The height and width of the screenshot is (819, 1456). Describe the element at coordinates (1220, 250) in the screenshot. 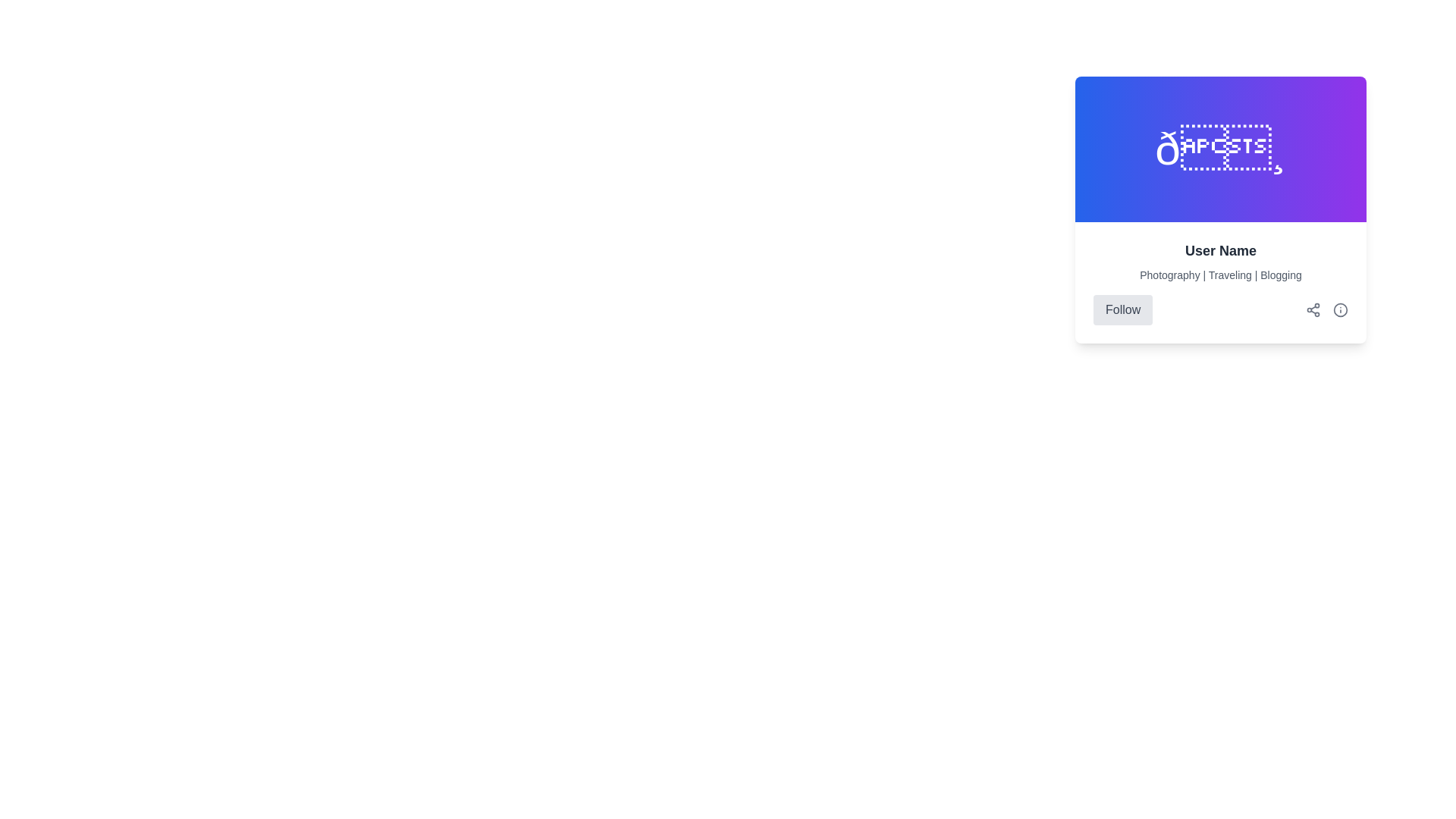

I see `the bold, large-sized text 'User Name' which is styled with dark gray color and located at the top-center of the card component` at that location.